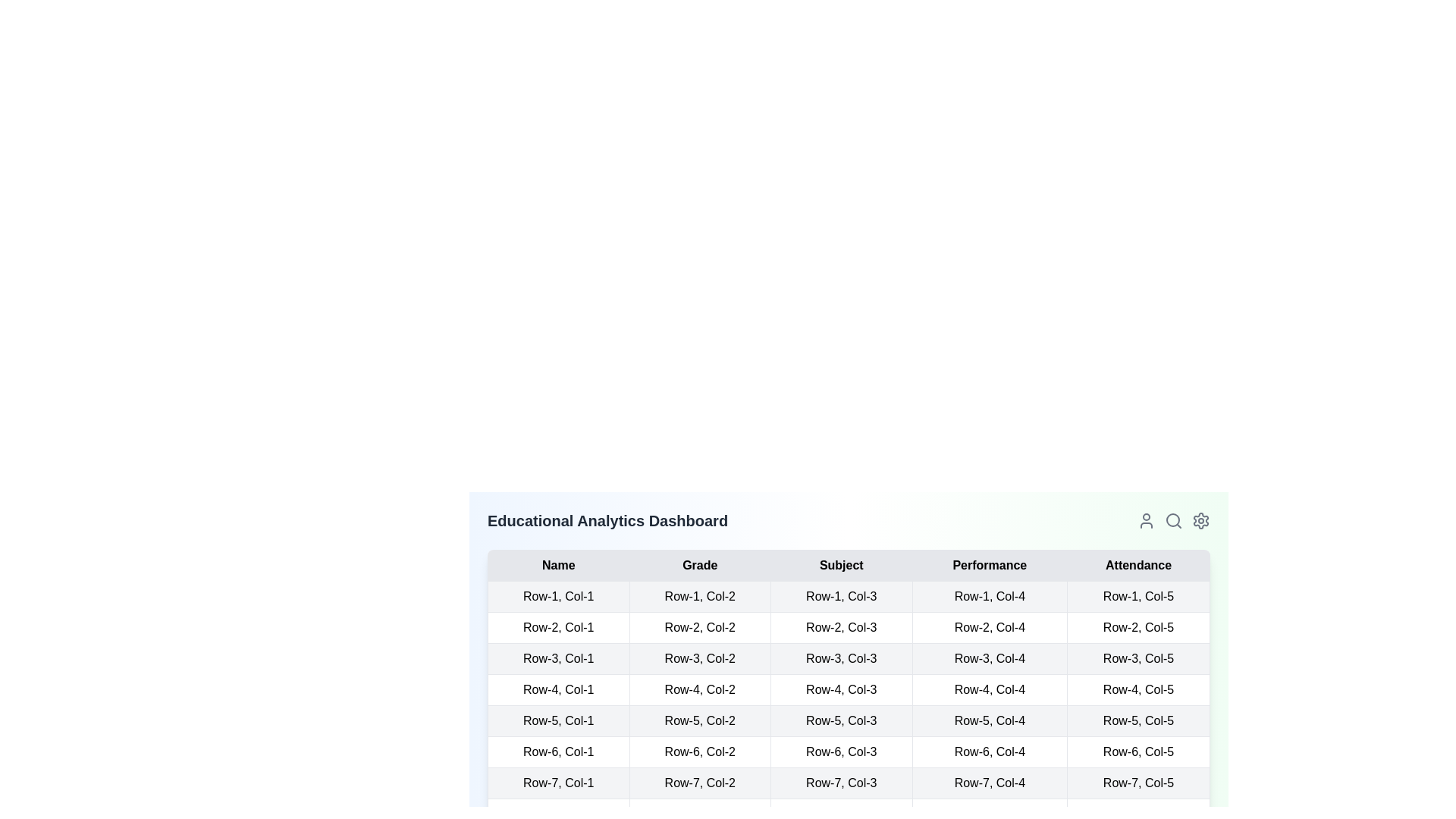 The width and height of the screenshot is (1456, 819). I want to click on the user profile icon located in the navigation bar, so click(1147, 519).